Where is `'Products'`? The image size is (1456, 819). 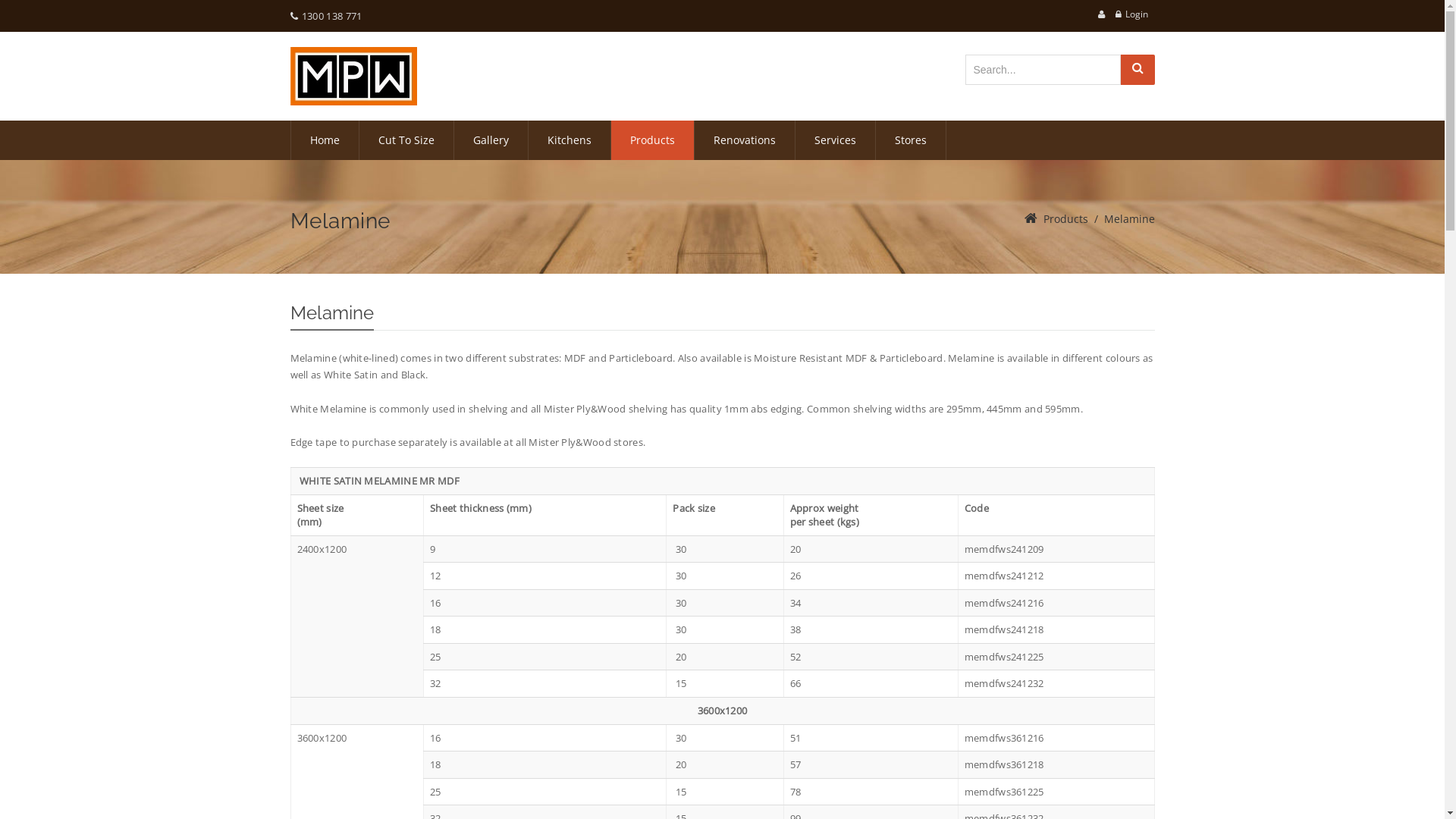 'Products' is located at coordinates (652, 140).